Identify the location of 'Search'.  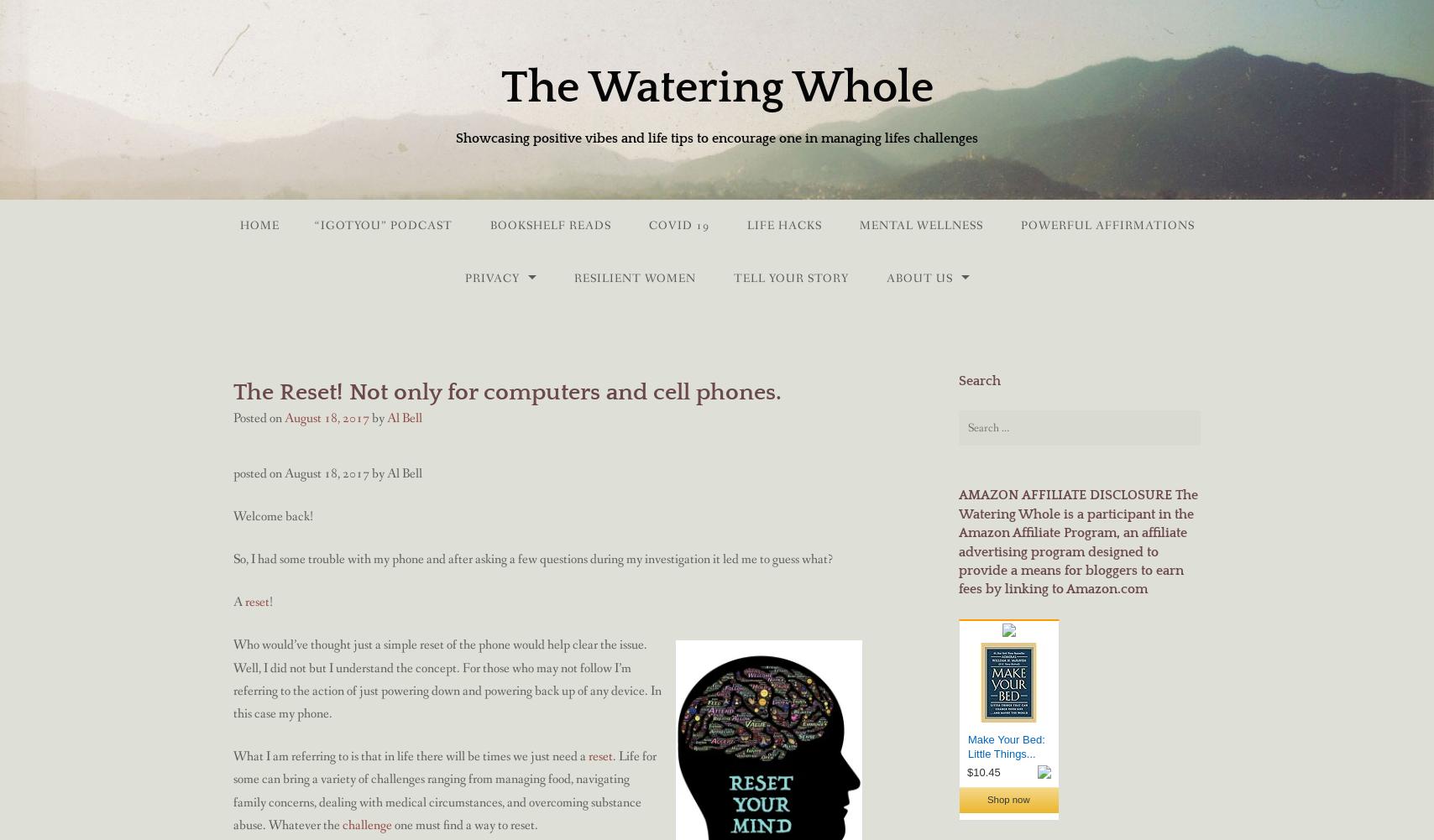
(980, 380).